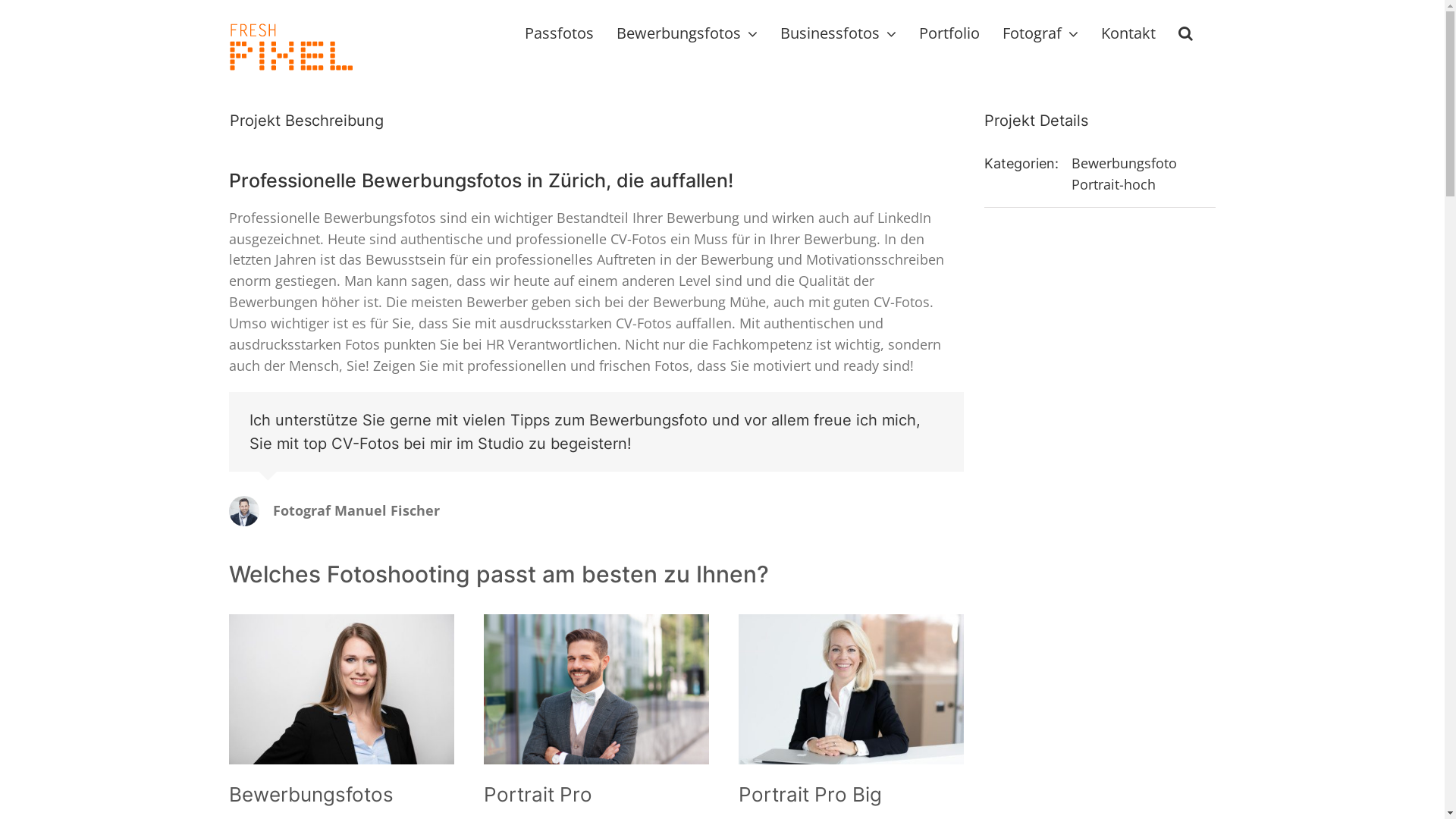 The height and width of the screenshot is (819, 1456). Describe the element at coordinates (686, 32) in the screenshot. I see `'Bewerbungsfotos'` at that location.